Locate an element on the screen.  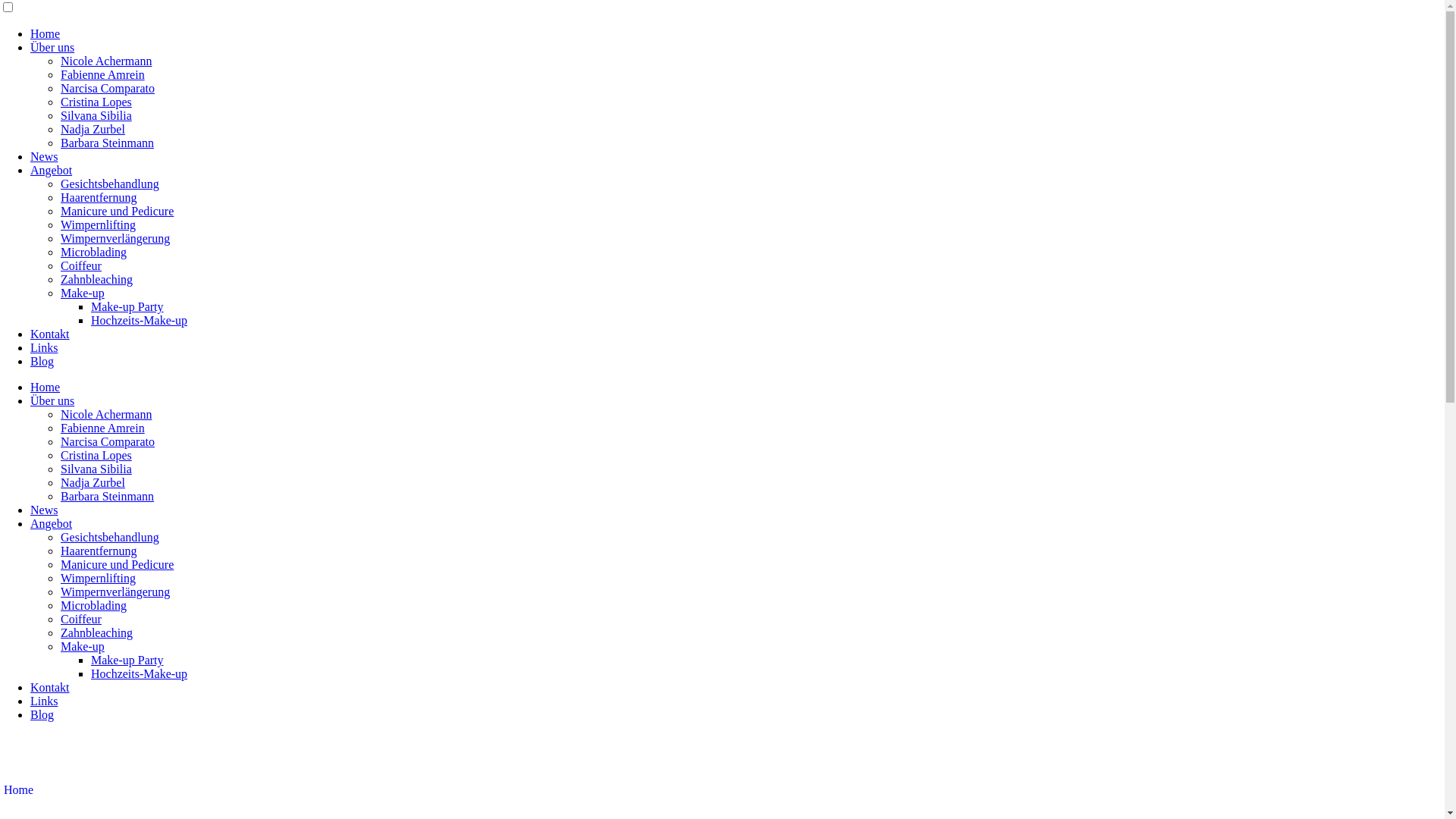
'Haarentfernung' is located at coordinates (97, 196).